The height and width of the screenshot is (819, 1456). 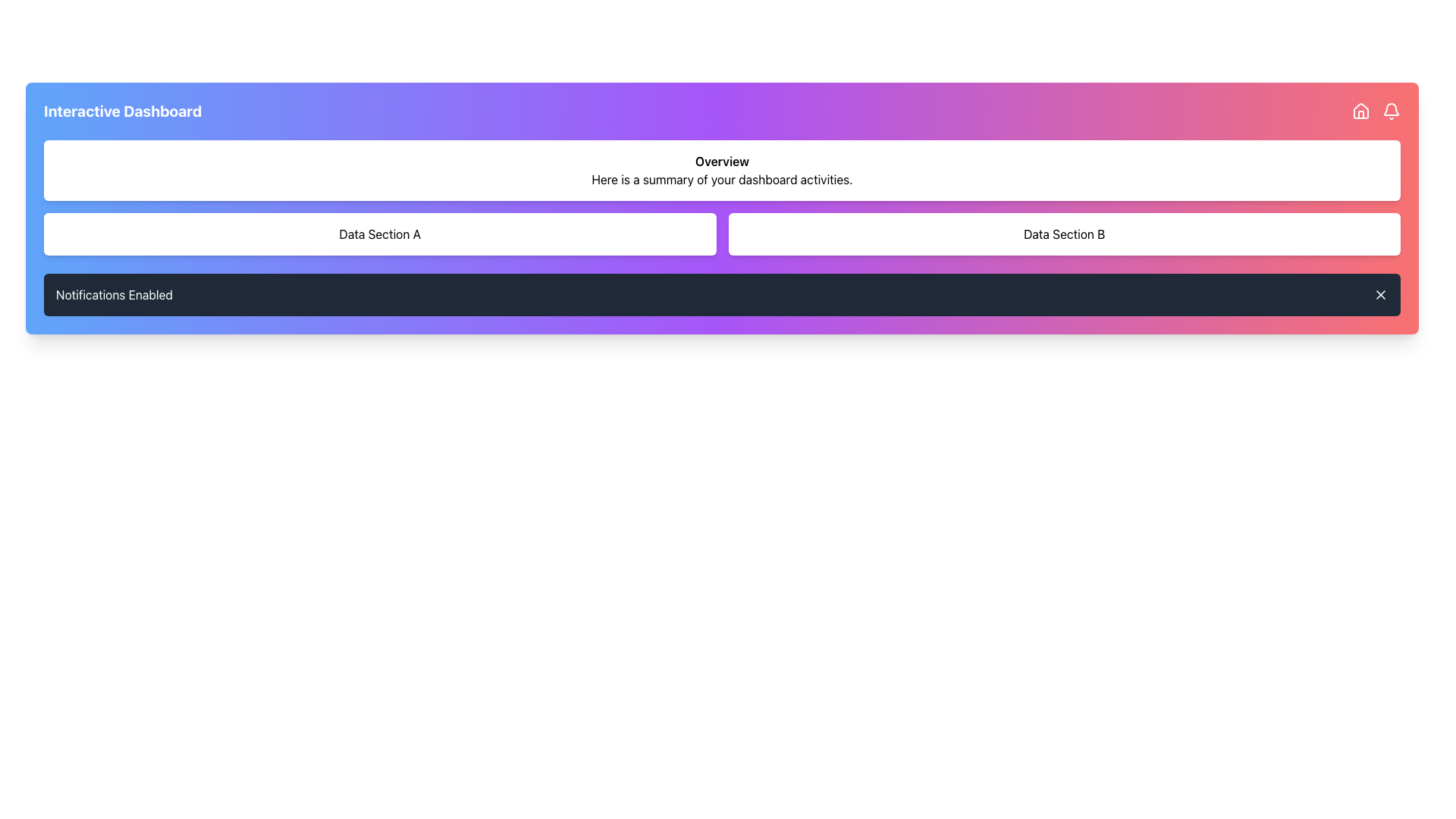 I want to click on the bell icon, which is styled with a simple outline and positioned as the second icon in a horizontal group at the top-right corner of the interface, so click(x=1391, y=110).